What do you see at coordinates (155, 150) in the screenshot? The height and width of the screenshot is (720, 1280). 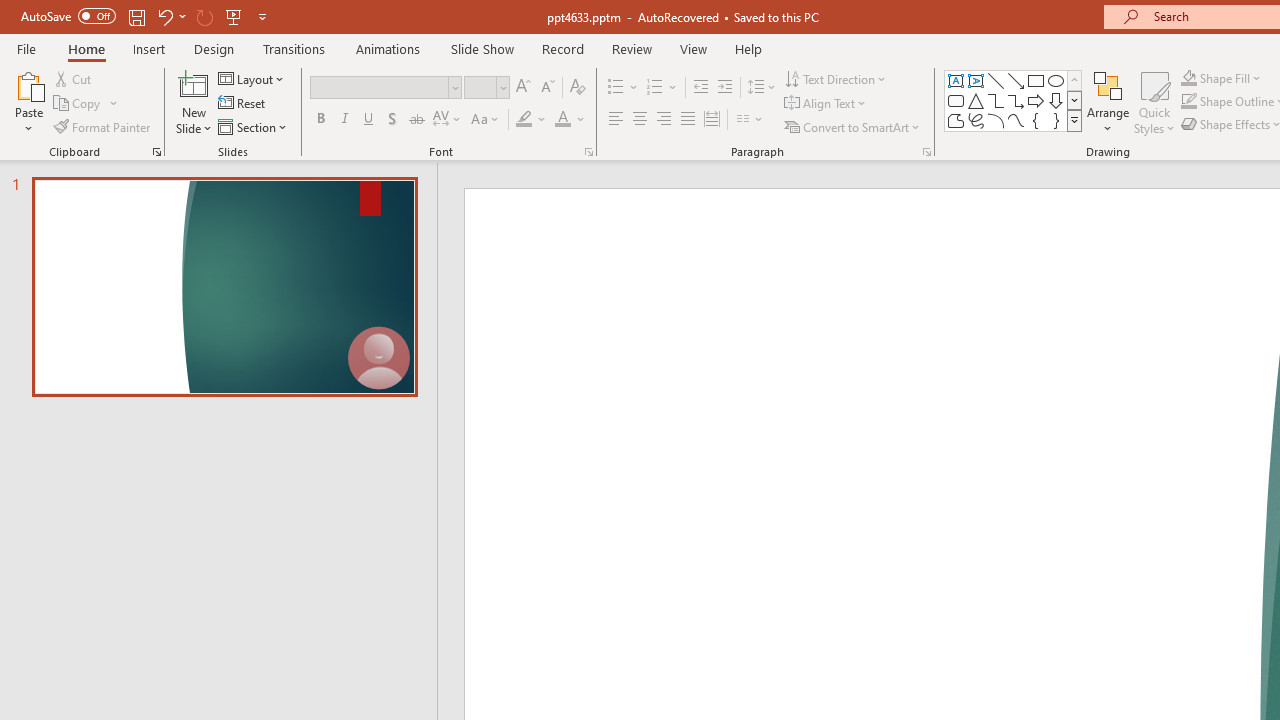 I see `'Office Clipboard...'` at bounding box center [155, 150].